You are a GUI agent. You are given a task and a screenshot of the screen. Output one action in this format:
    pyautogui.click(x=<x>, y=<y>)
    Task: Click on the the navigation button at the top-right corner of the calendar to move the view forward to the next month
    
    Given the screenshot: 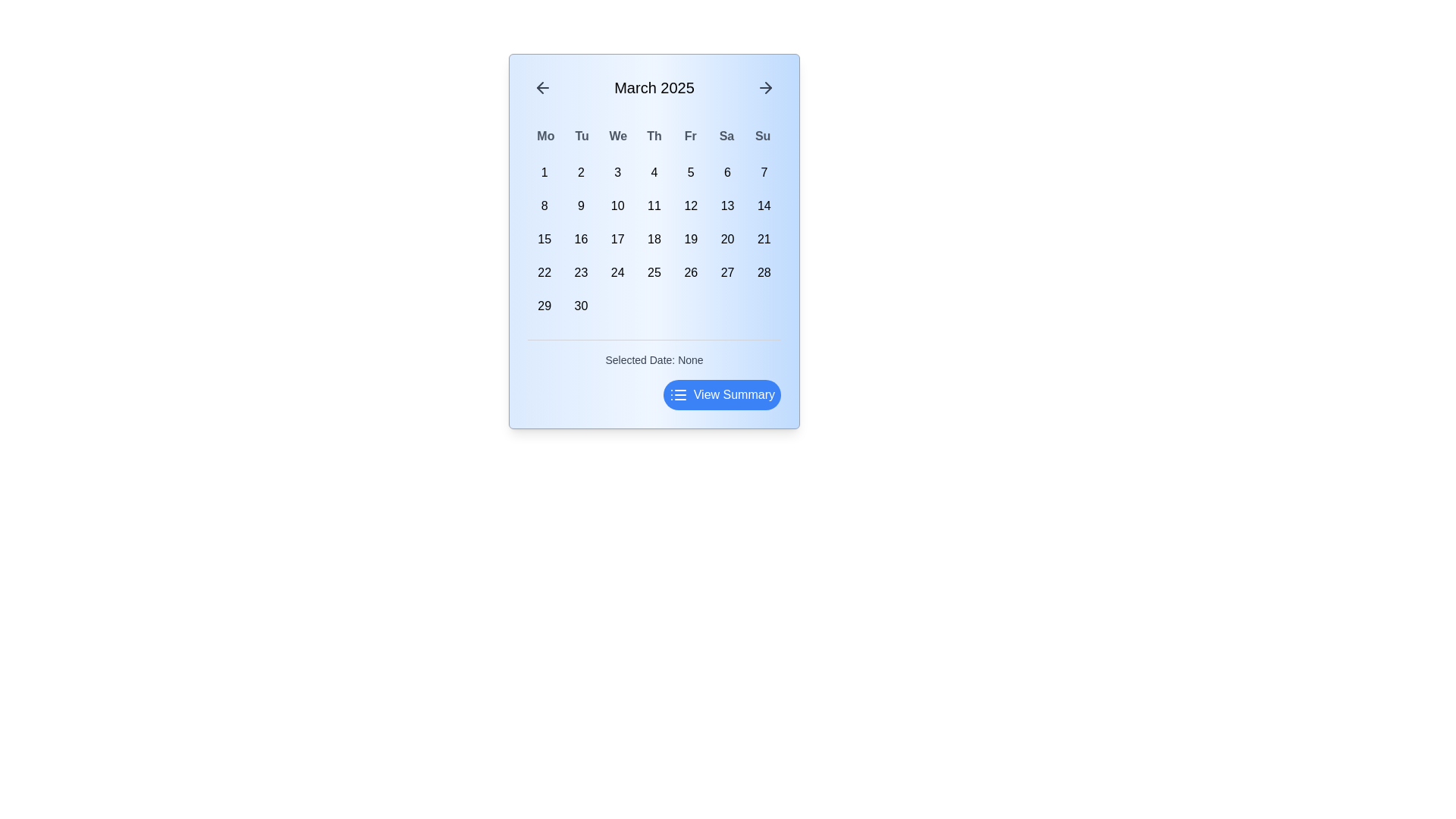 What is the action you would take?
    pyautogui.click(x=765, y=87)
    